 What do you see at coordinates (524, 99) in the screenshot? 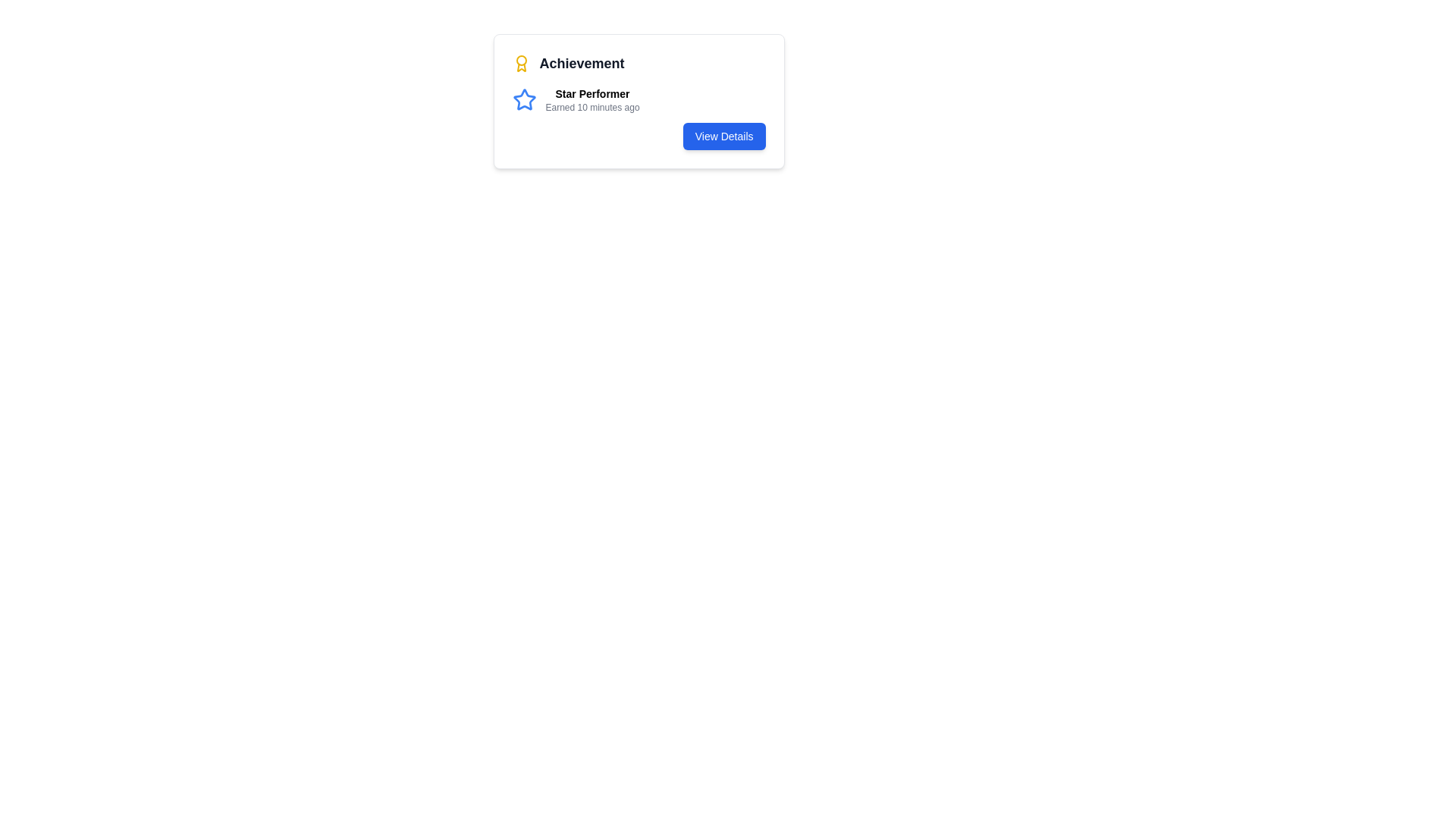
I see `the blue outlined star icon representing 'Star Performer'` at bounding box center [524, 99].